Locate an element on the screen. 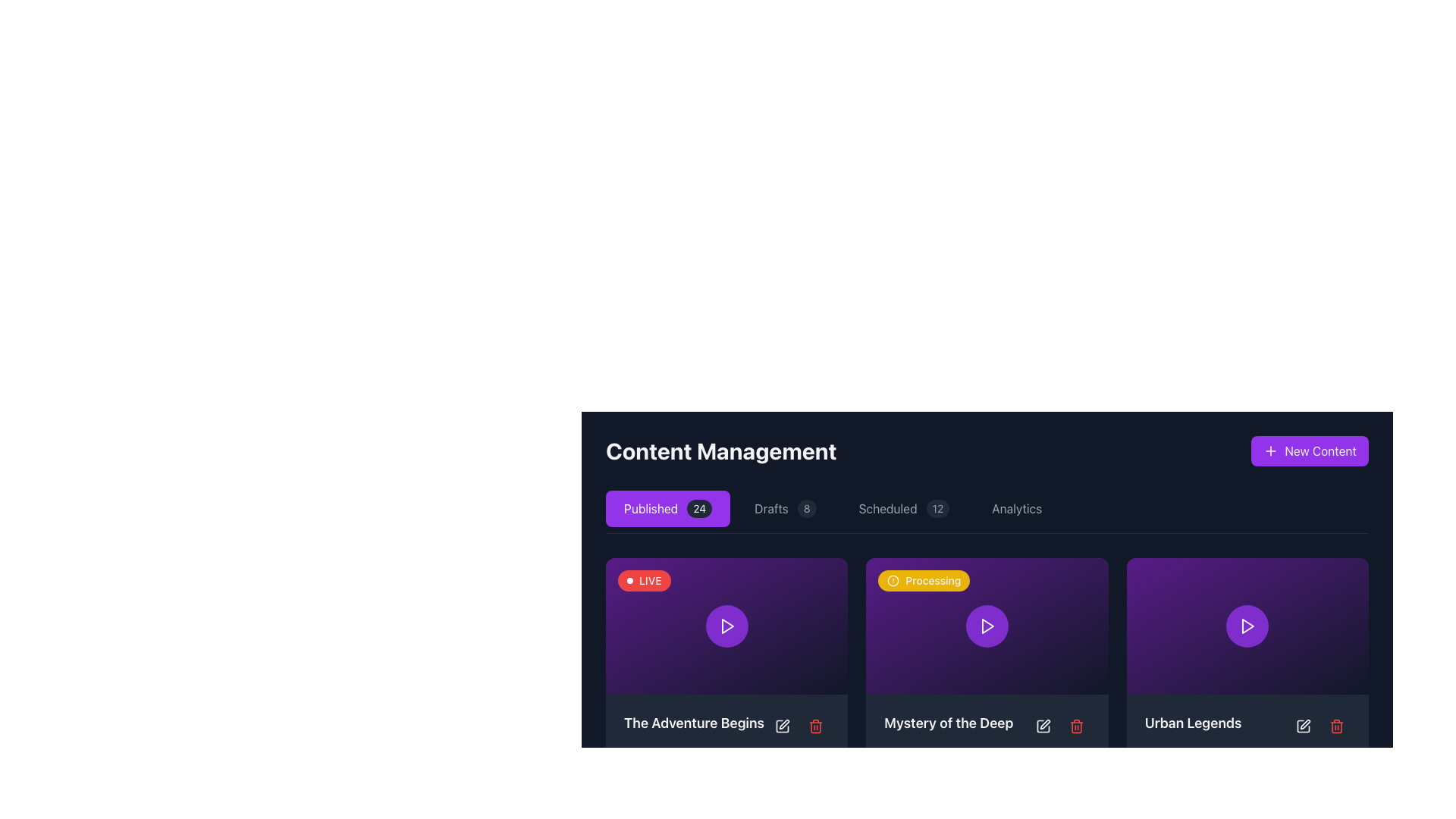 This screenshot has width=1456, height=819. the badge displaying the number '8' which is located to the right of the 'Drafts' text in the 'Content Management' section, indicating the count for the Drafts category is located at coordinates (806, 509).